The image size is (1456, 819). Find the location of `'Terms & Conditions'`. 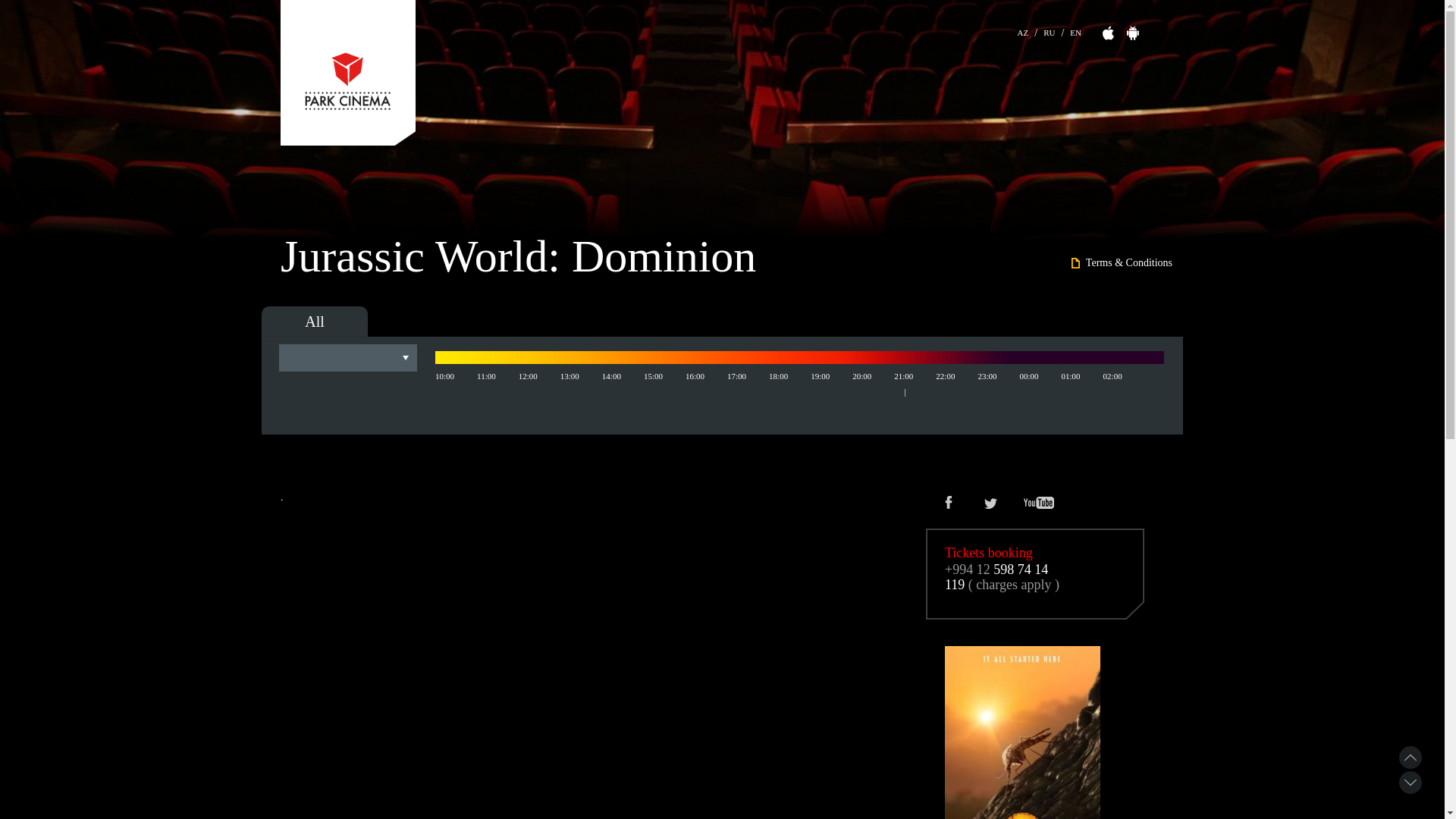

'Terms & Conditions' is located at coordinates (1122, 262).